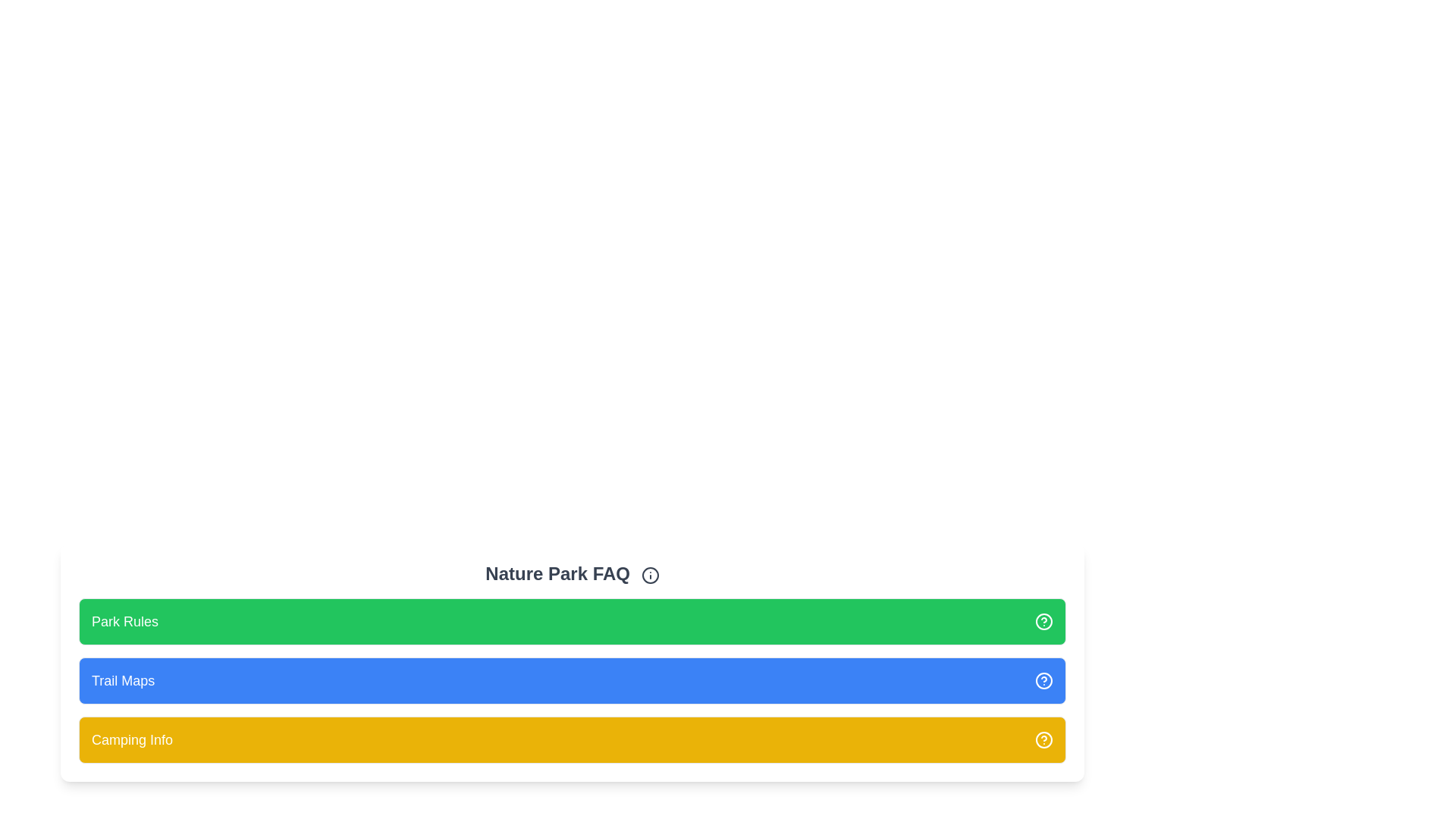 The image size is (1456, 819). Describe the element at coordinates (571, 622) in the screenshot. I see `the green rectangular button labeled 'Park Rules' to see the park rules` at that location.